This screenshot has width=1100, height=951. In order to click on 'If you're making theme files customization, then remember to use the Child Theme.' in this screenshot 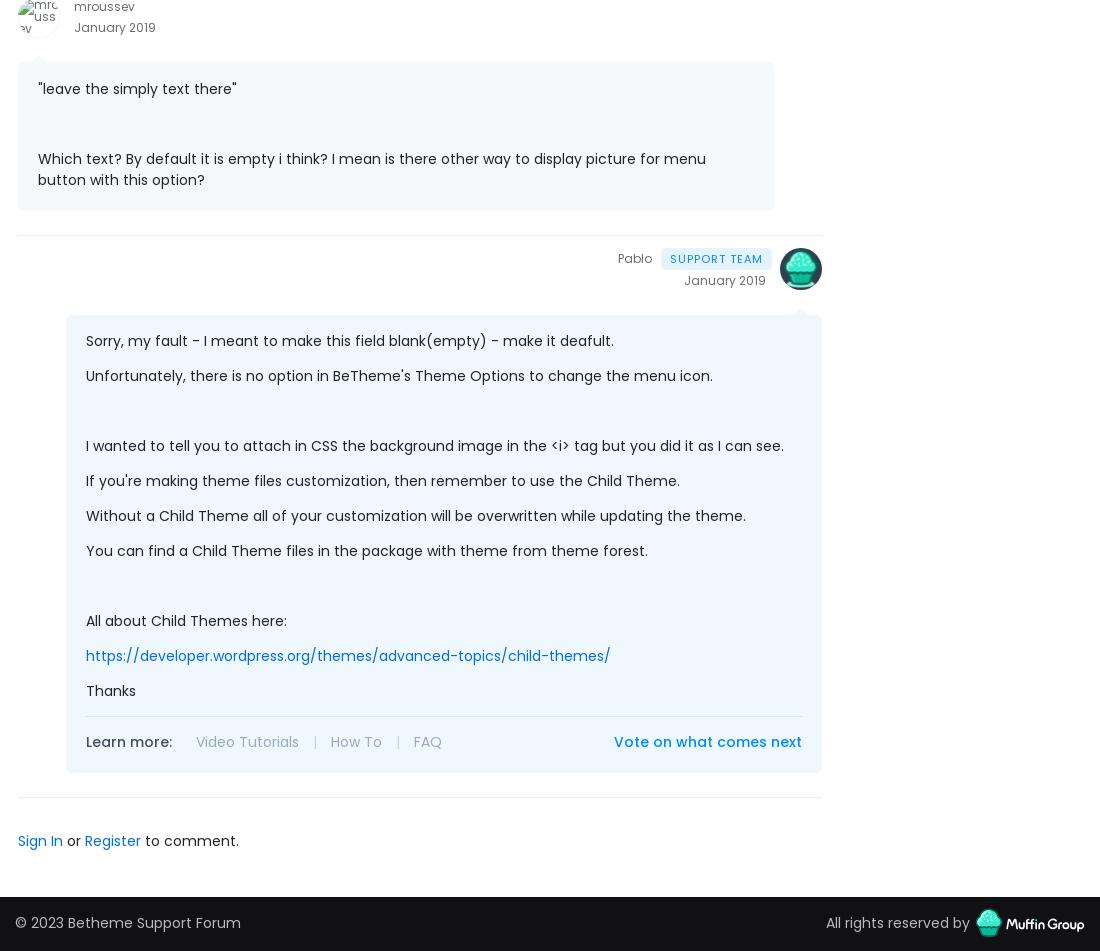, I will do `click(383, 480)`.